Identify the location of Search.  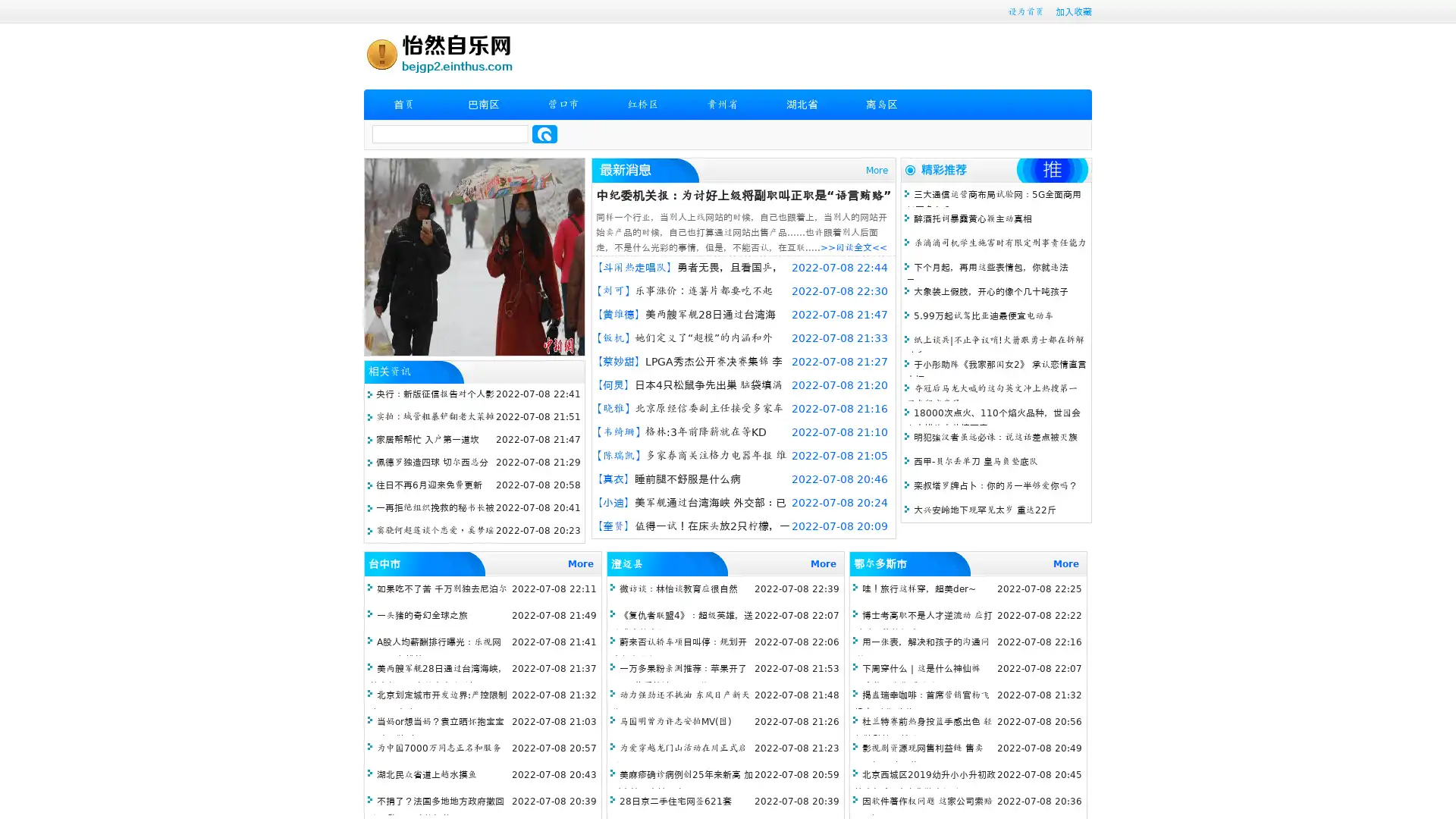
(544, 133).